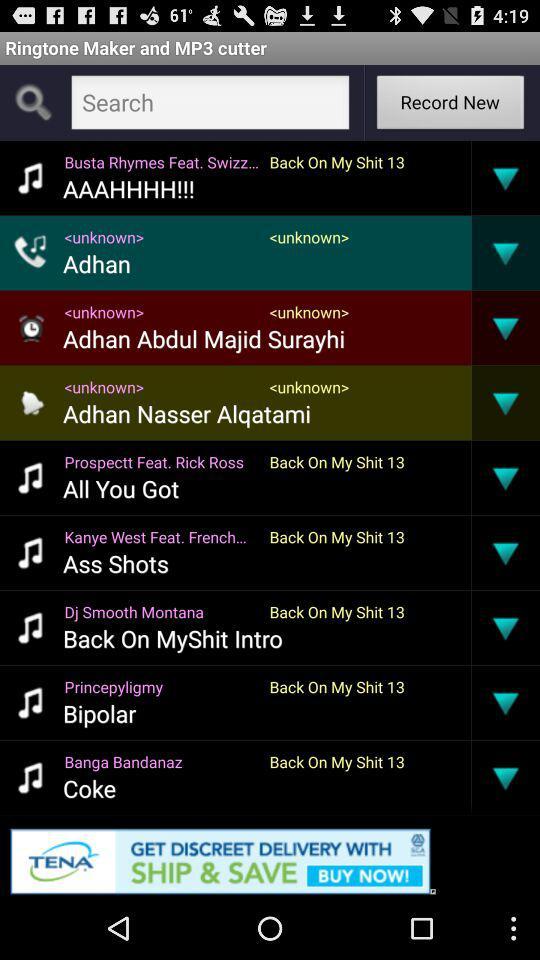 The image size is (540, 960). I want to click on app next to back on my item, so click(160, 760).